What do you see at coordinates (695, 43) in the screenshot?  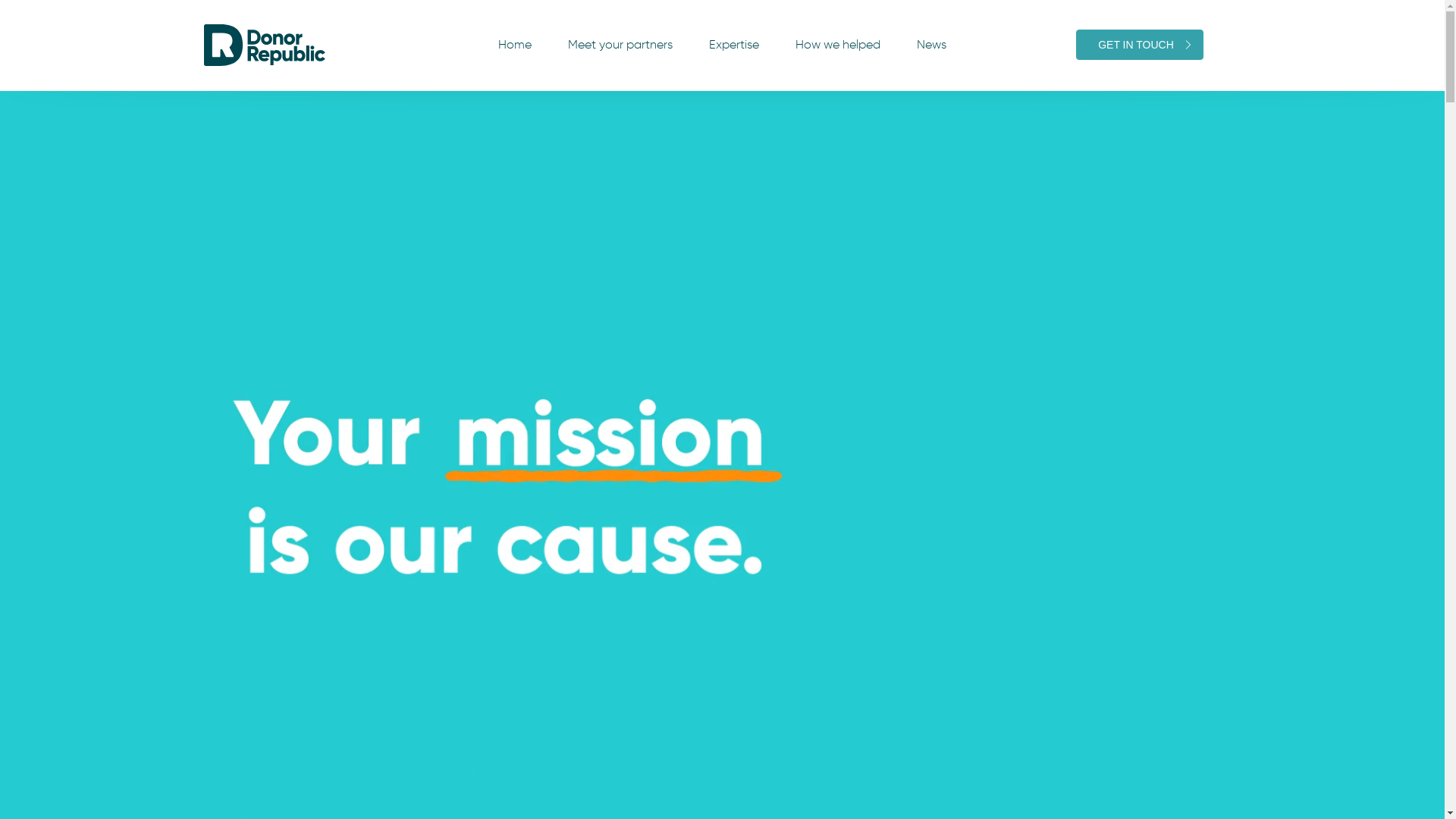 I see `'Expertise'` at bounding box center [695, 43].